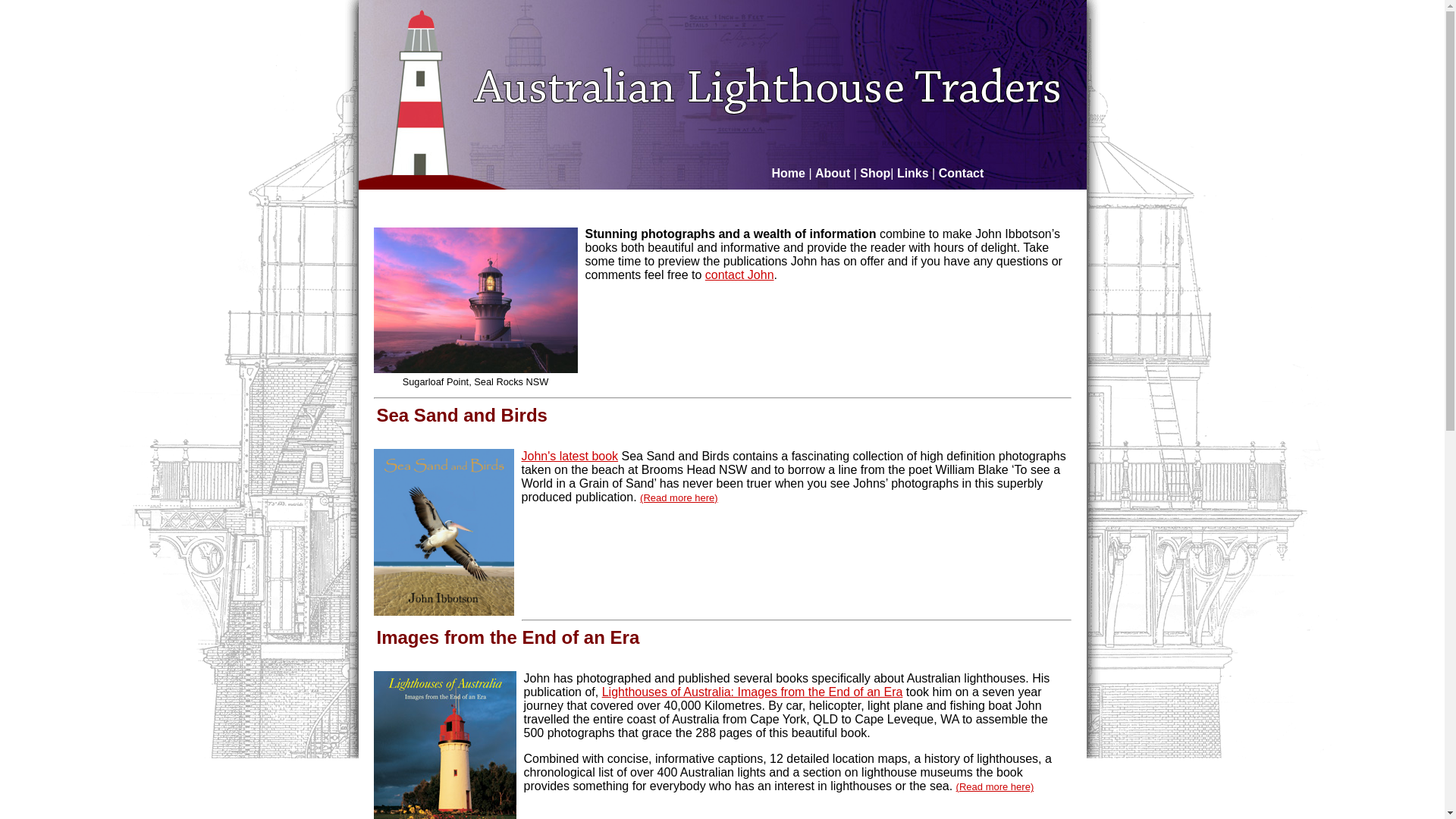 The width and height of the screenshot is (1456, 819). I want to click on 'Lighthouses of Australia: Images from the End of an Era', so click(752, 692).